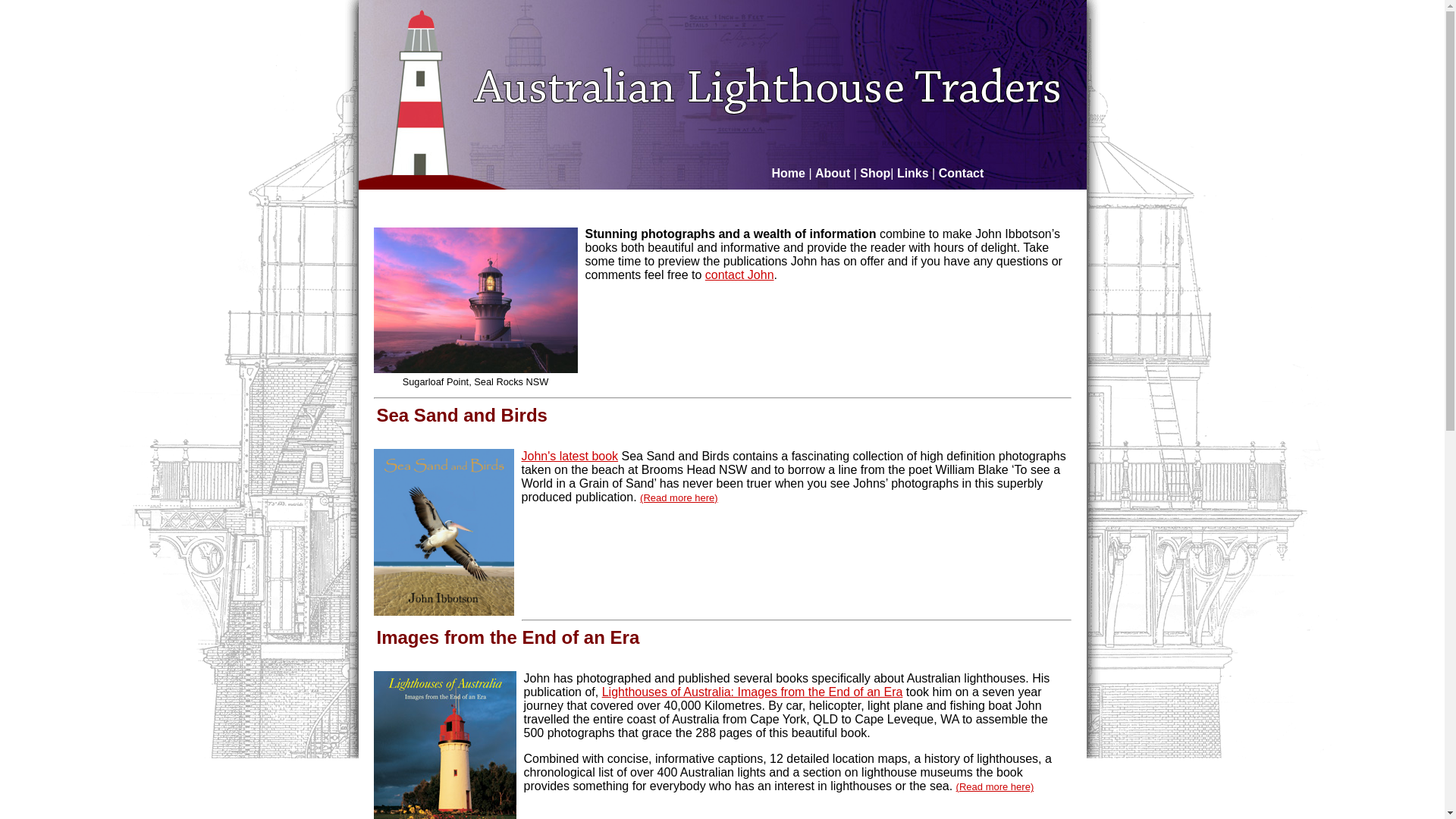 The width and height of the screenshot is (1456, 819). I want to click on 'Lighthouses of Australia: Images from the End of an Era', so click(752, 692).